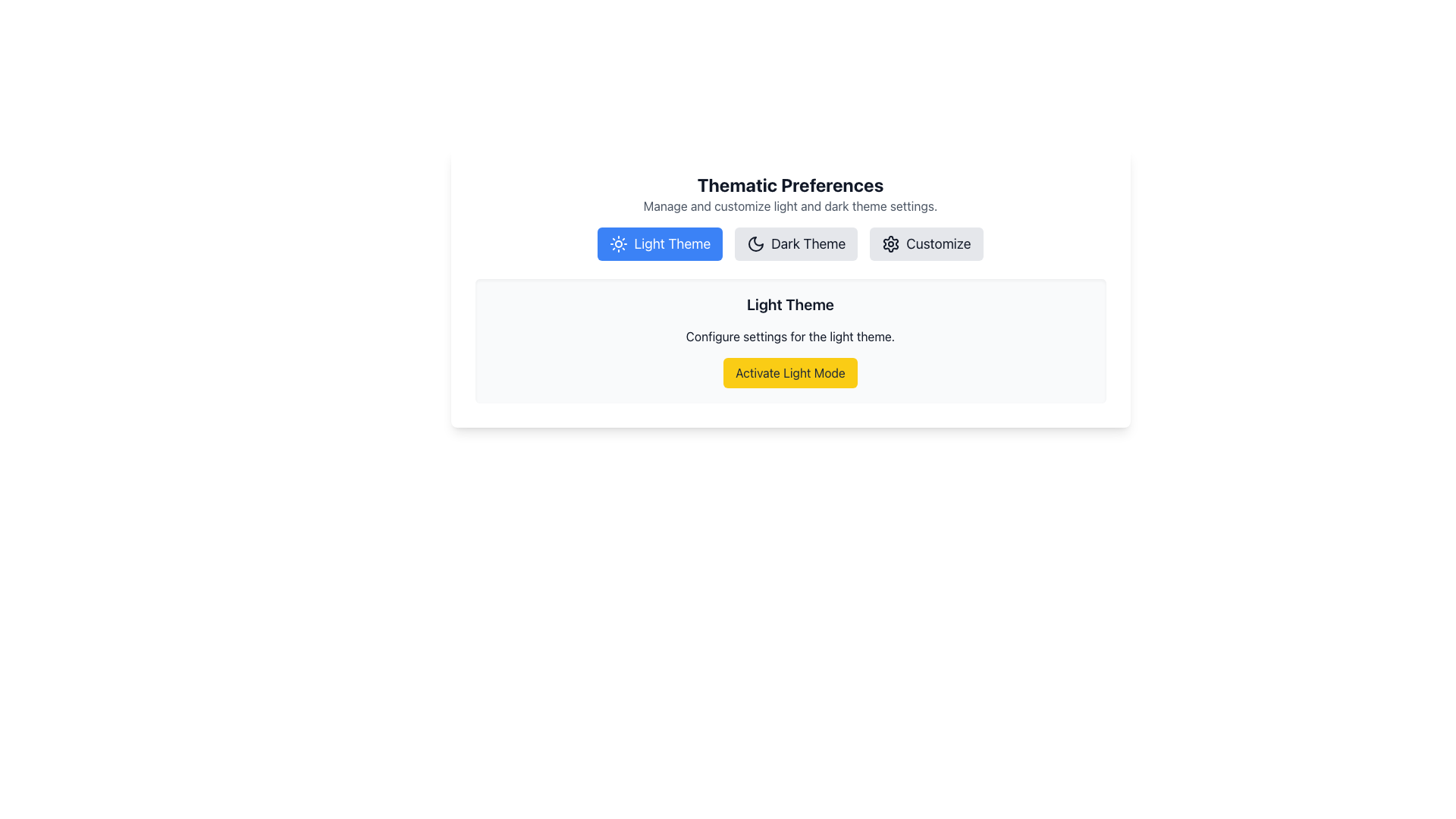  I want to click on the 'Customize' button, which is a rectangular button with rounded corners, light gray background, and dark text, located in the top-center portion of the interface, so click(925, 243).